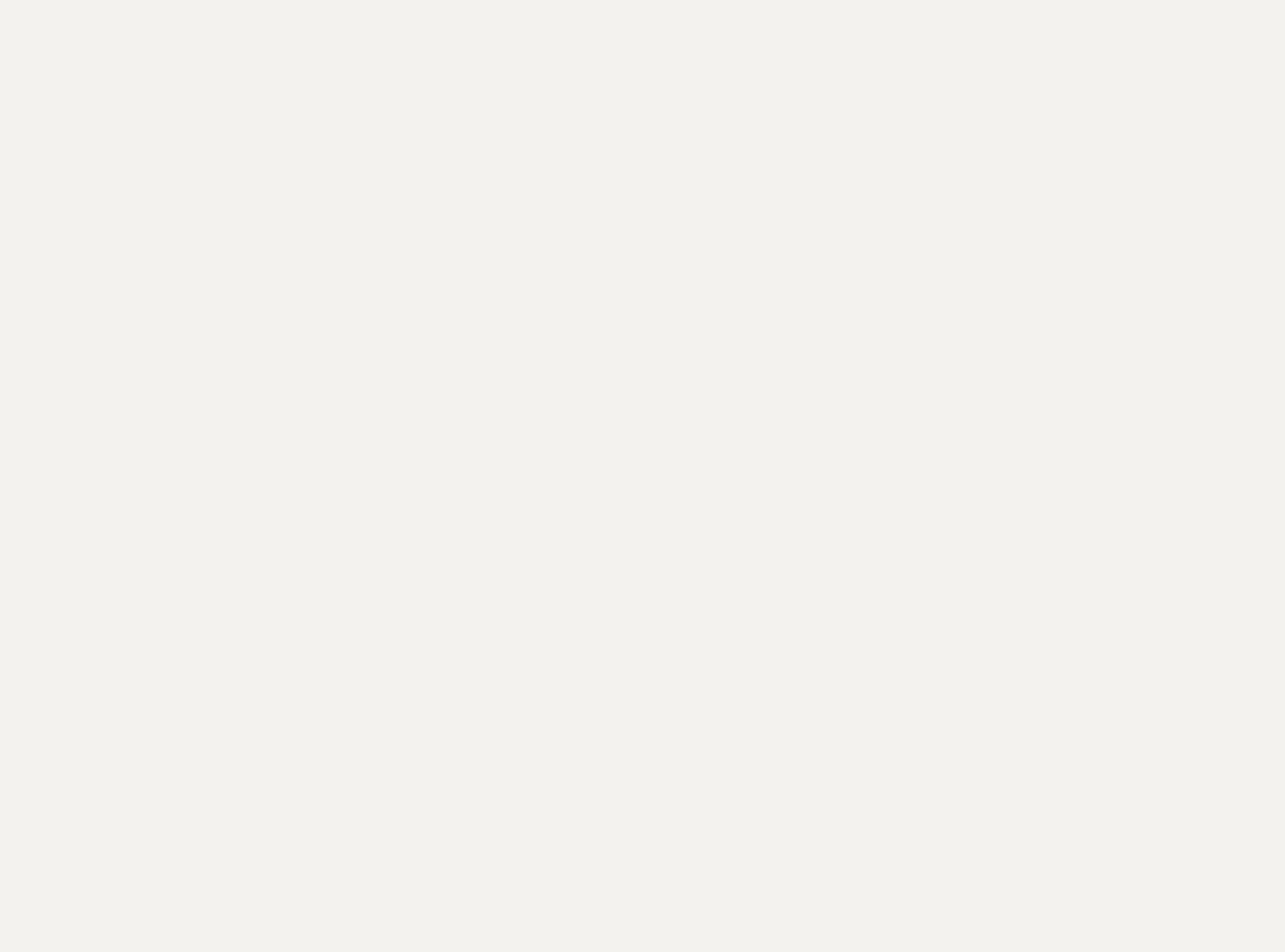 The image size is (1285, 952). I want to click on 'shared the sweet moment she got to meet Twain at one of them.', so click(553, 731).